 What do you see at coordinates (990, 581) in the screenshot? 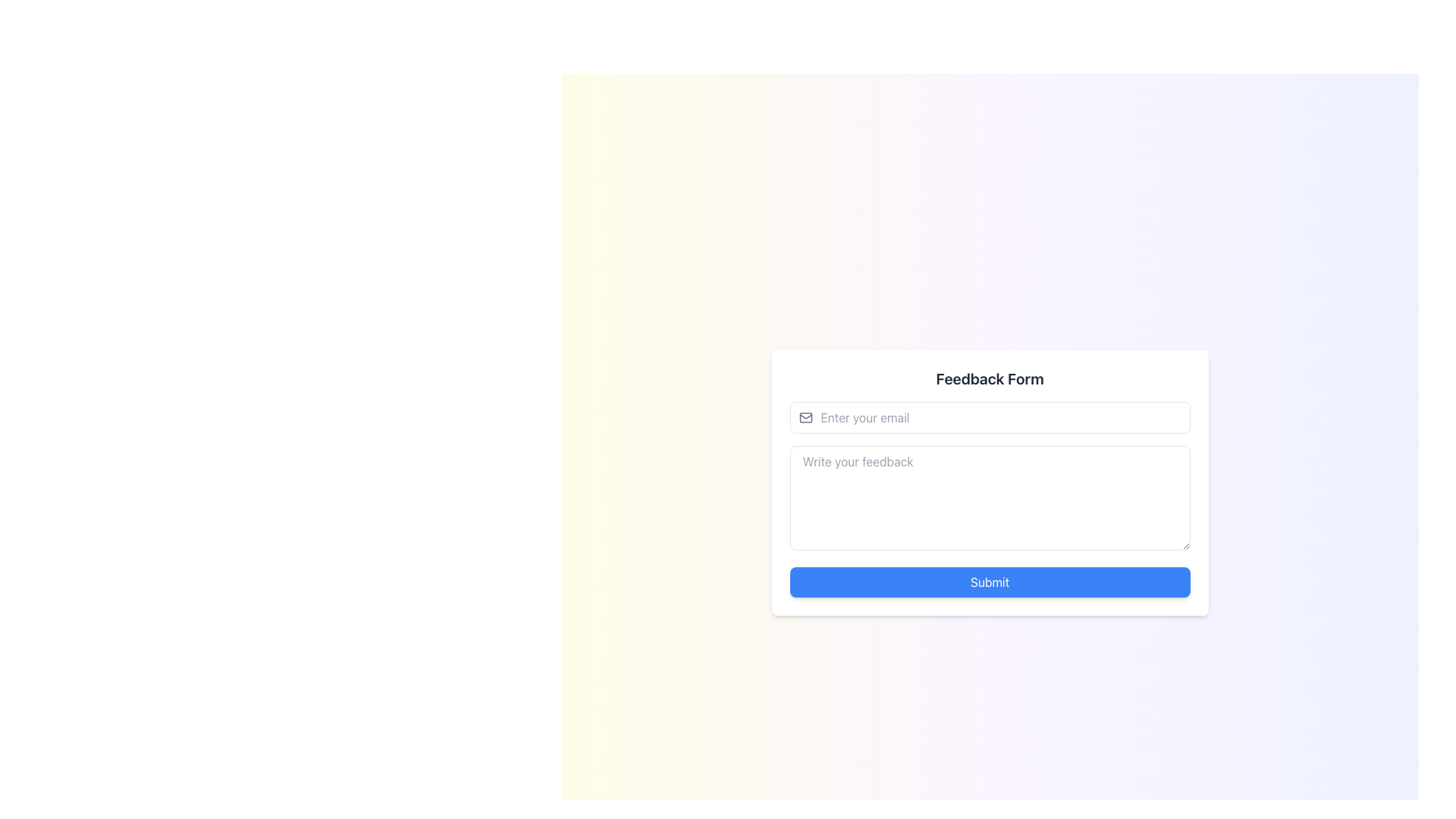
I see `the submit button located at the bottom of the 'Feedback Form' interface for keyboard navigation` at bounding box center [990, 581].